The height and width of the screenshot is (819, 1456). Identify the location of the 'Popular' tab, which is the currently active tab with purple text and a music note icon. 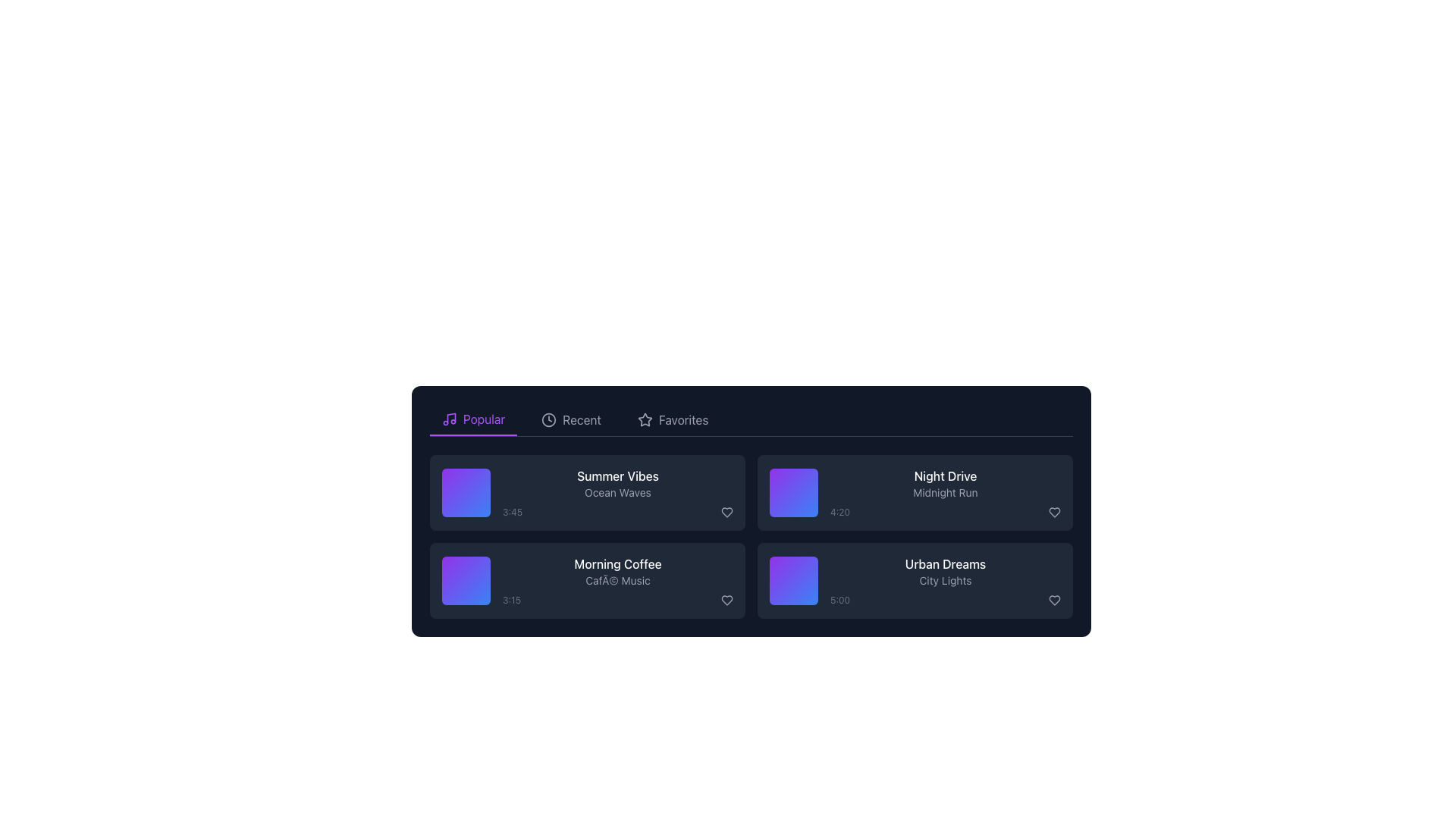
(472, 420).